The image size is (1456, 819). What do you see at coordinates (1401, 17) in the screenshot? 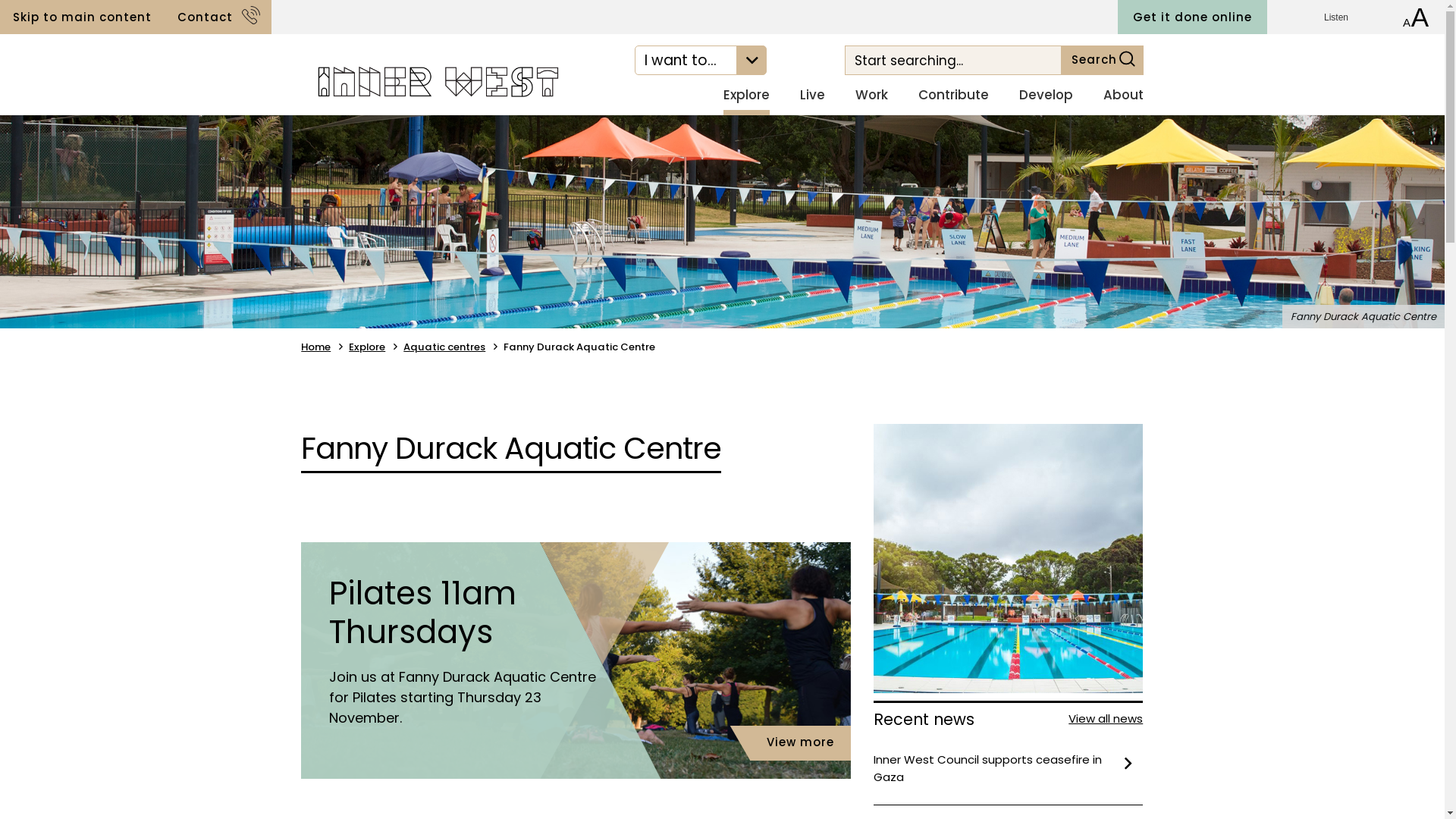
I see `'Decrease font size'` at bounding box center [1401, 17].